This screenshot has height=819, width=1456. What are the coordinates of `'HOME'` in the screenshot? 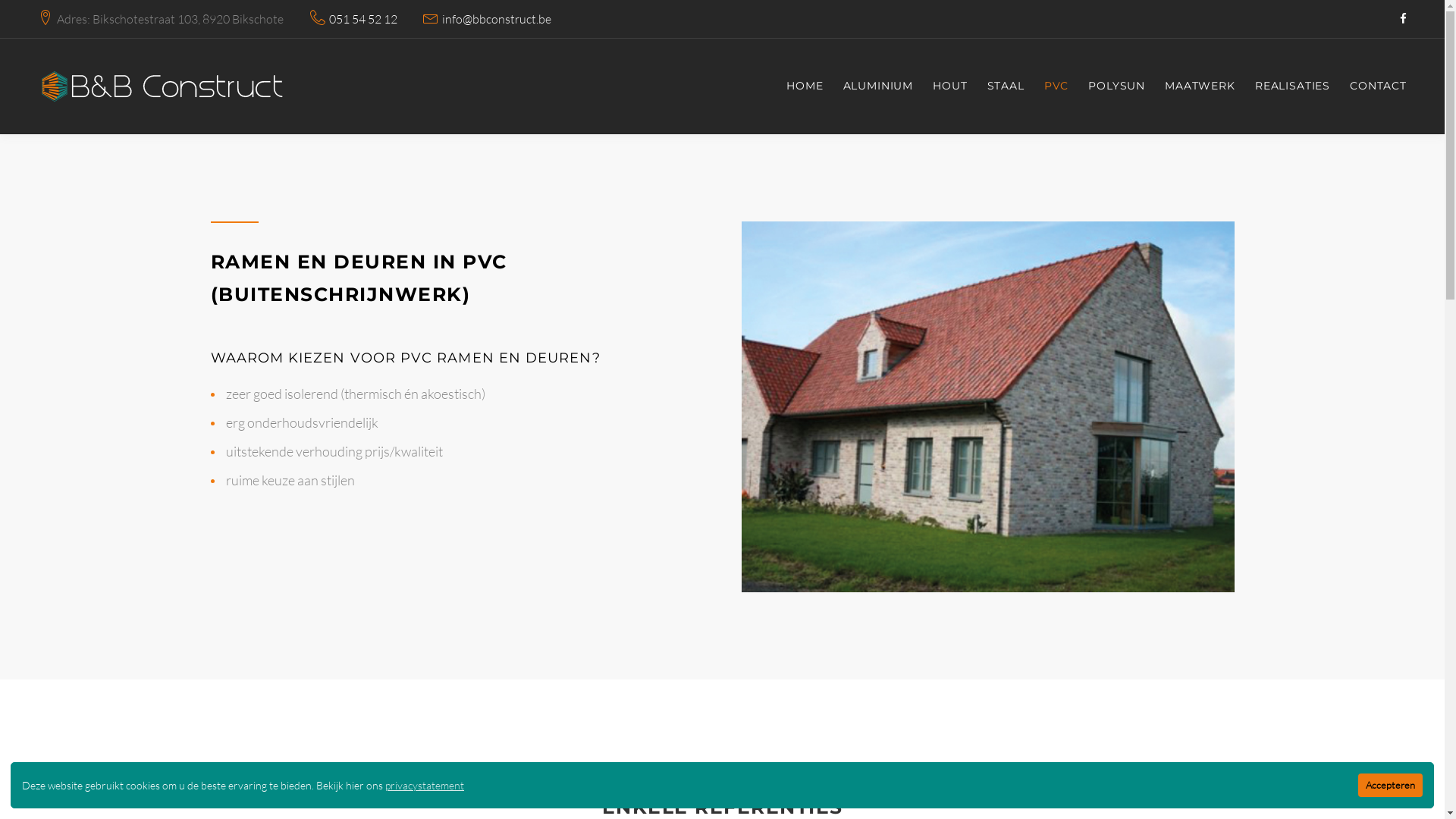 It's located at (803, 86).